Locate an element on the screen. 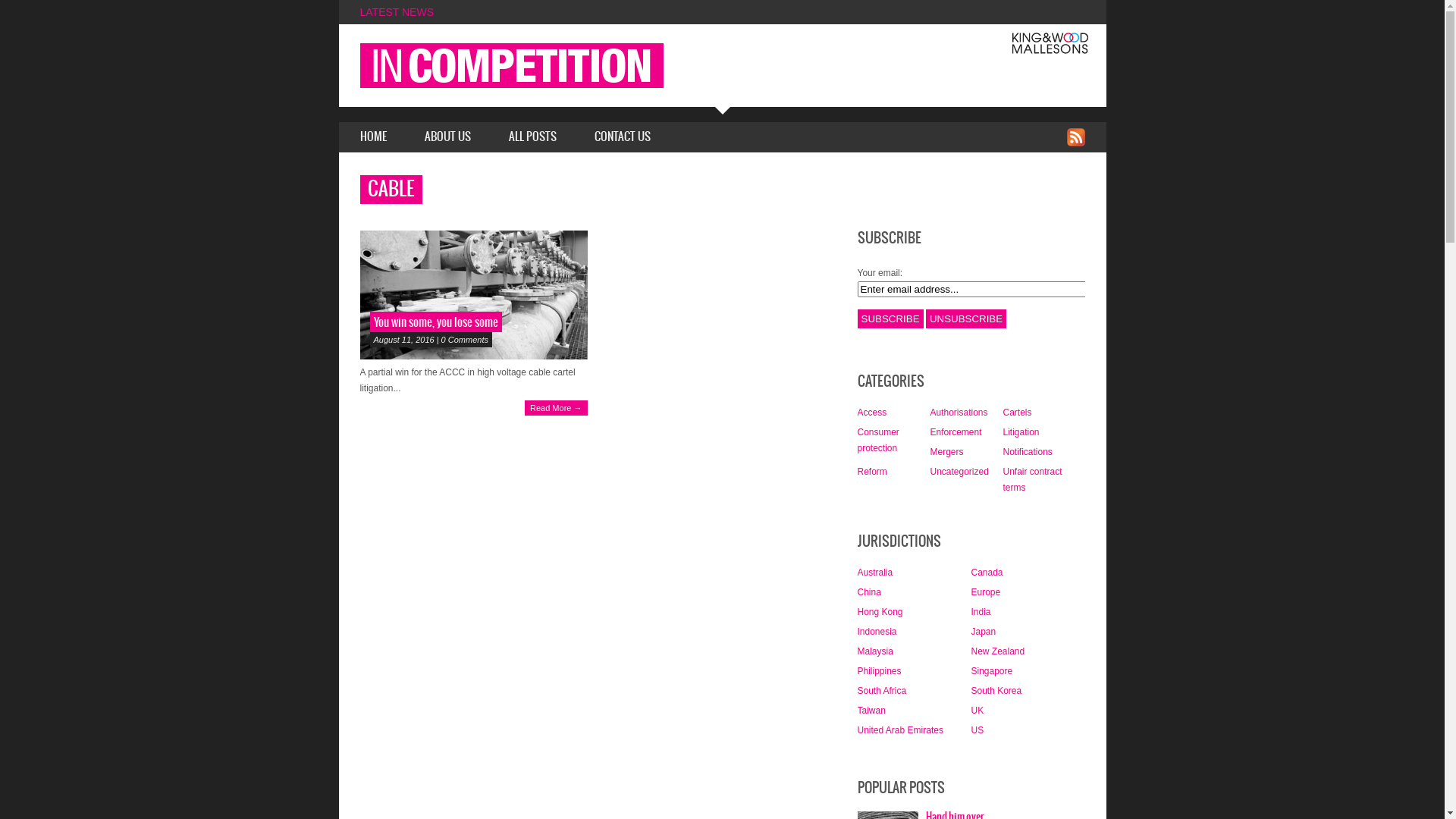  'Cartels' is located at coordinates (1016, 412).